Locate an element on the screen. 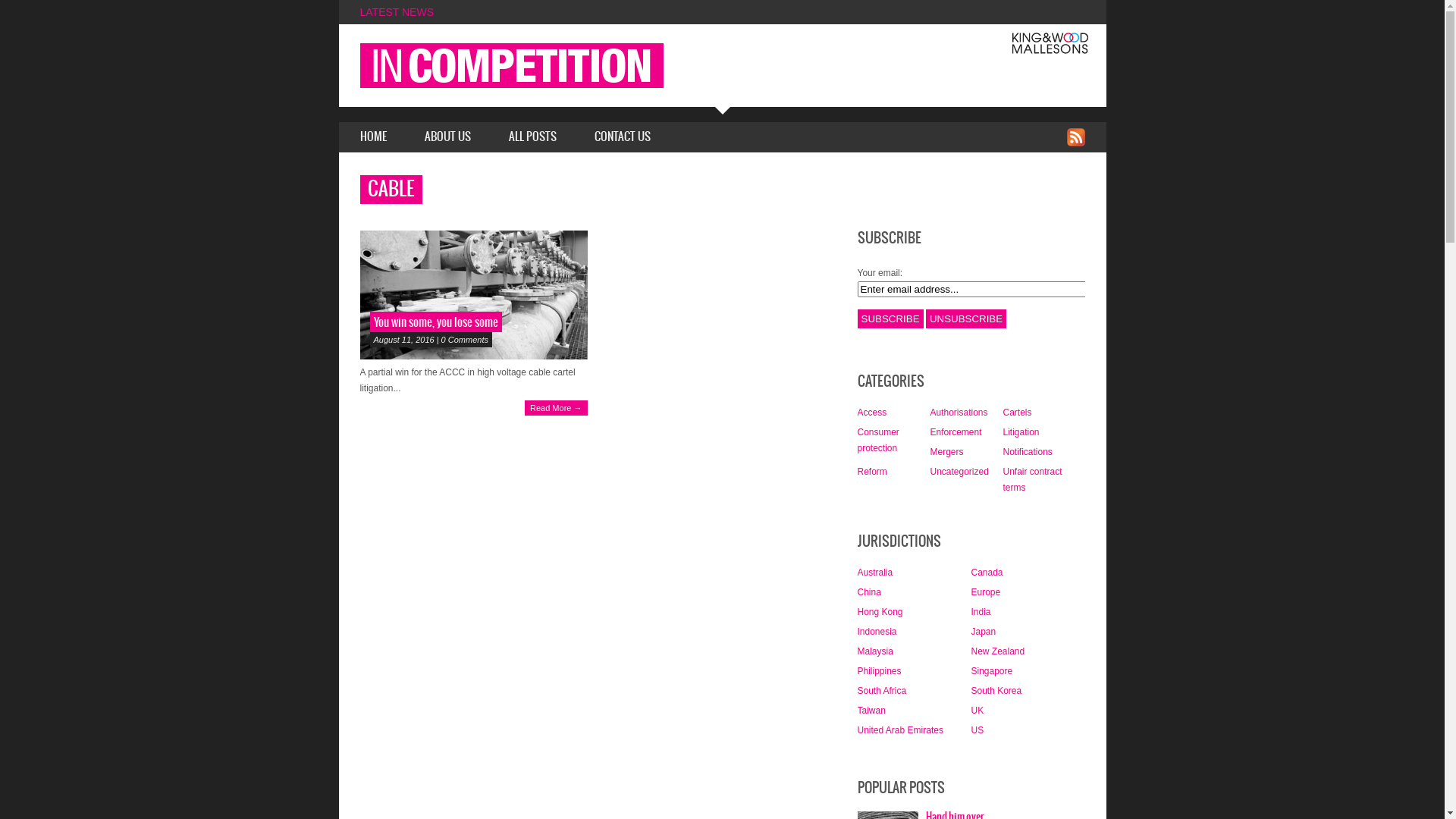  'Cartels' is located at coordinates (1016, 412).